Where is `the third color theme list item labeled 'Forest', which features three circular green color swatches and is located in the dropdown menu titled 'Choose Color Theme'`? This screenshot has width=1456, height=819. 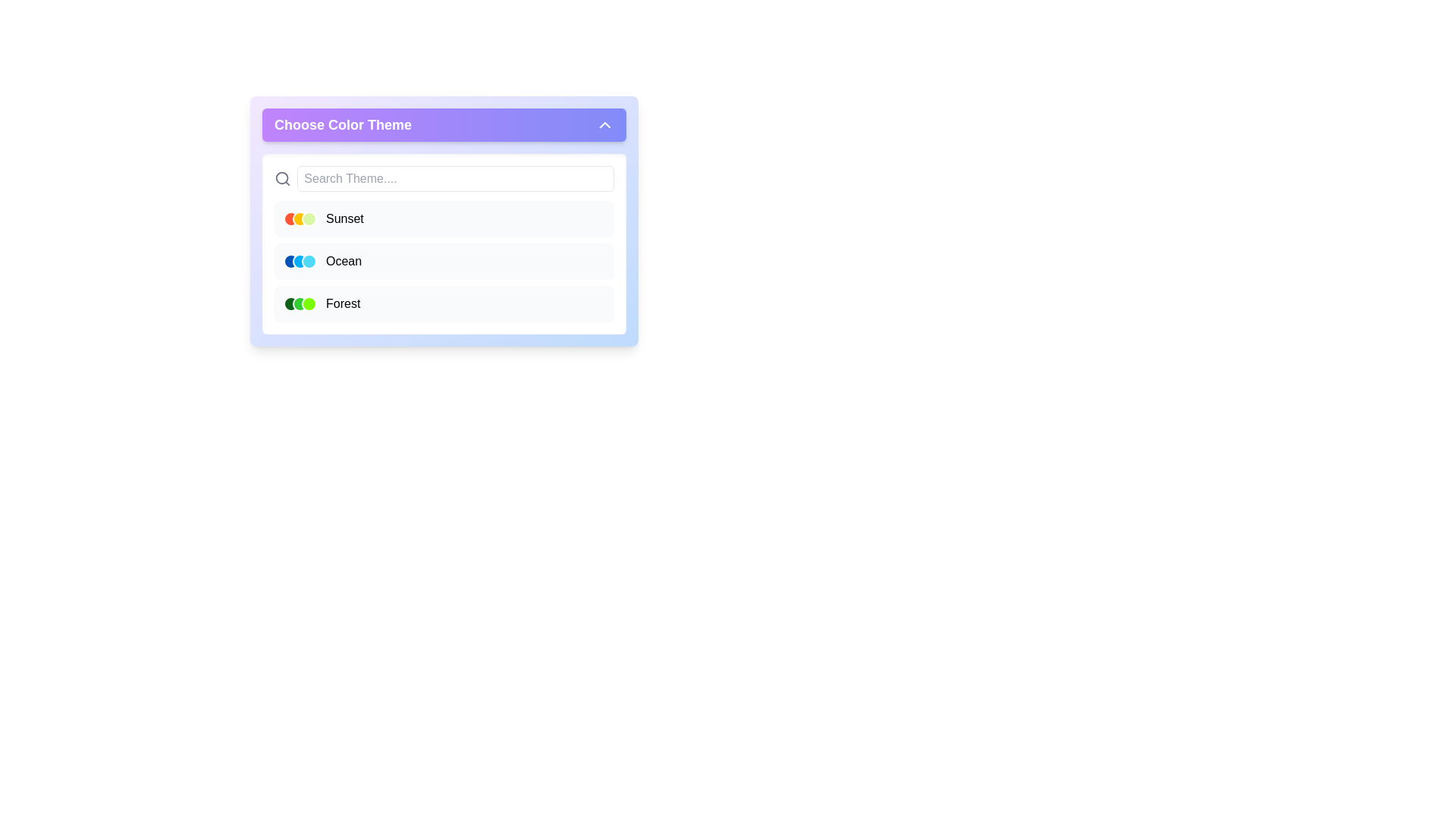
the third color theme list item labeled 'Forest', which features three circular green color swatches and is located in the dropdown menu titled 'Choose Color Theme' is located at coordinates (321, 304).